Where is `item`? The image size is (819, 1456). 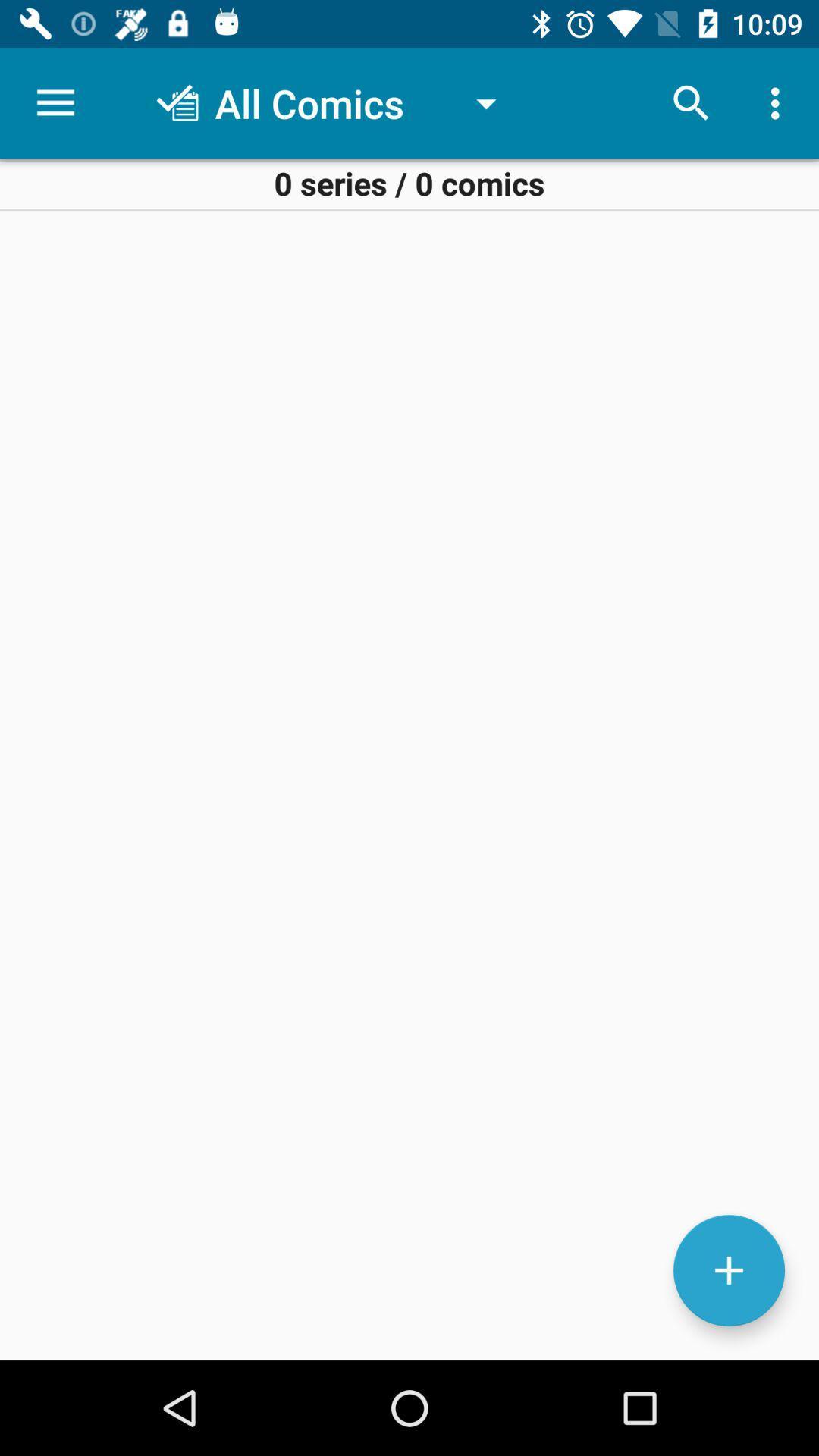 item is located at coordinates (728, 1270).